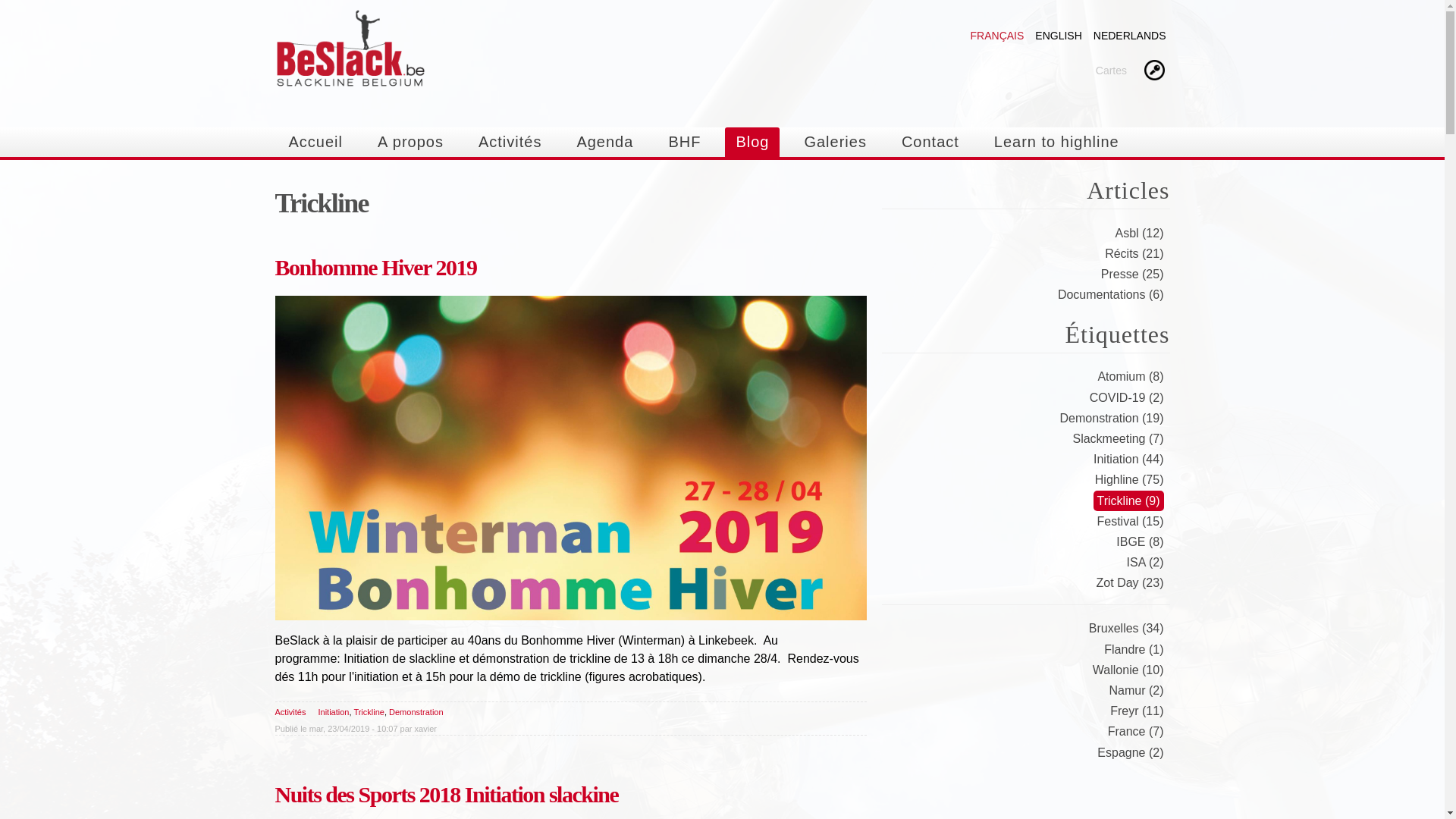 The image size is (1456, 819). What do you see at coordinates (1057, 34) in the screenshot?
I see `'ENGLISH'` at bounding box center [1057, 34].